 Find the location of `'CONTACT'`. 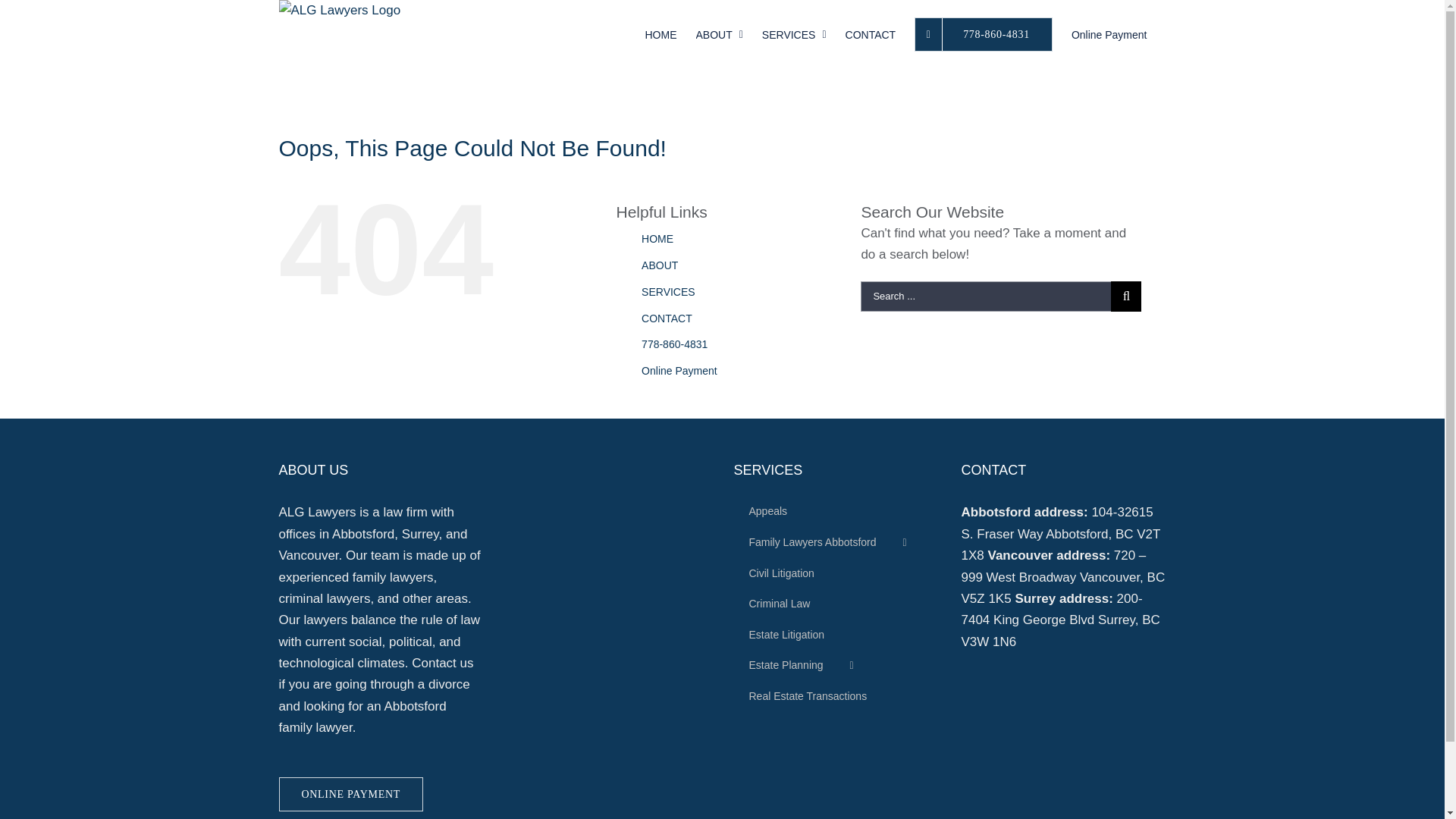

'CONTACT' is located at coordinates (667, 318).